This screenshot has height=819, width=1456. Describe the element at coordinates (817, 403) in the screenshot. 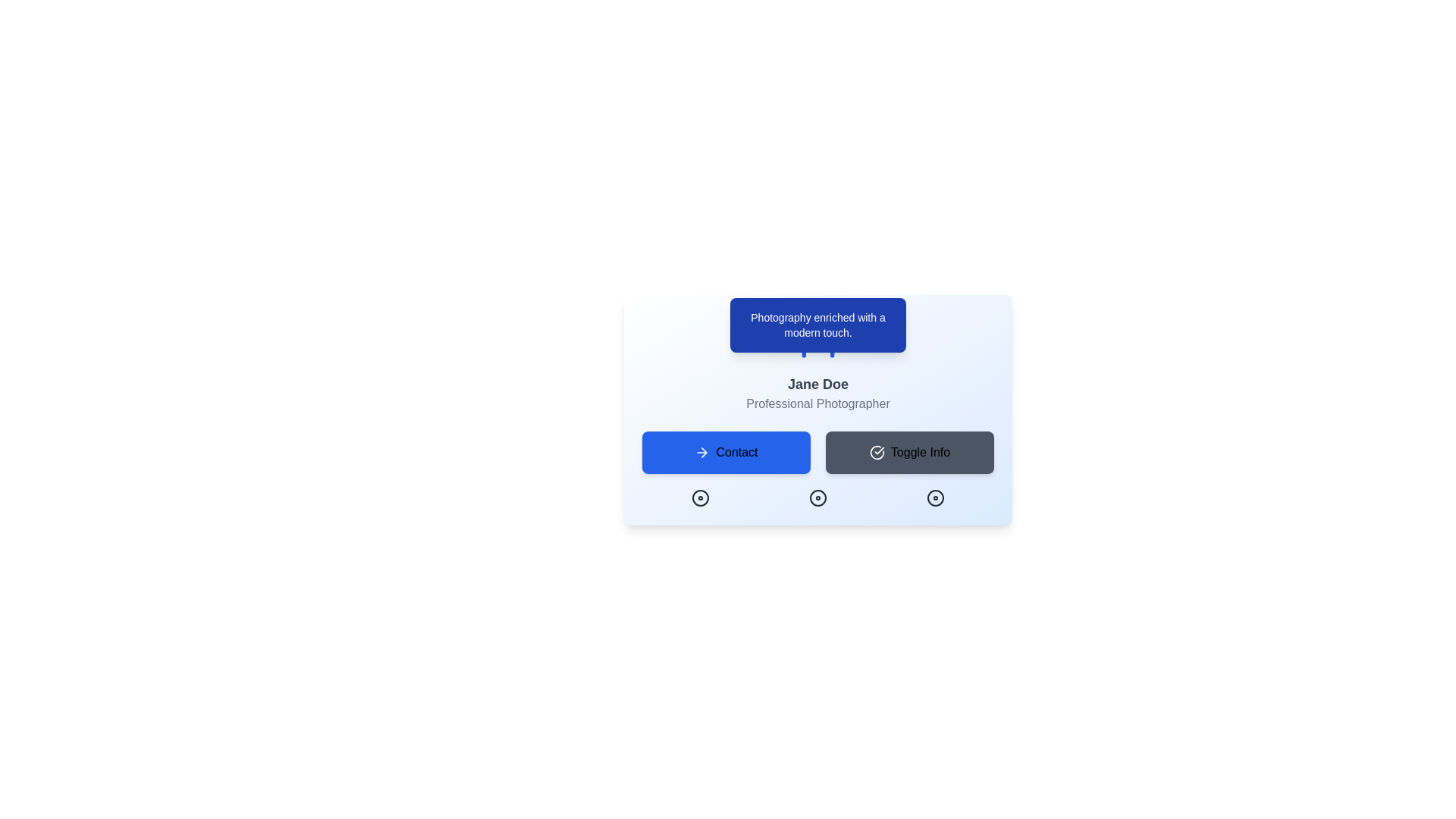

I see `the text label displaying 'Professional Photographer' styled in subdued gray color, located directly below 'Jane Doe' within the central vertical alignment of the card layout` at that location.